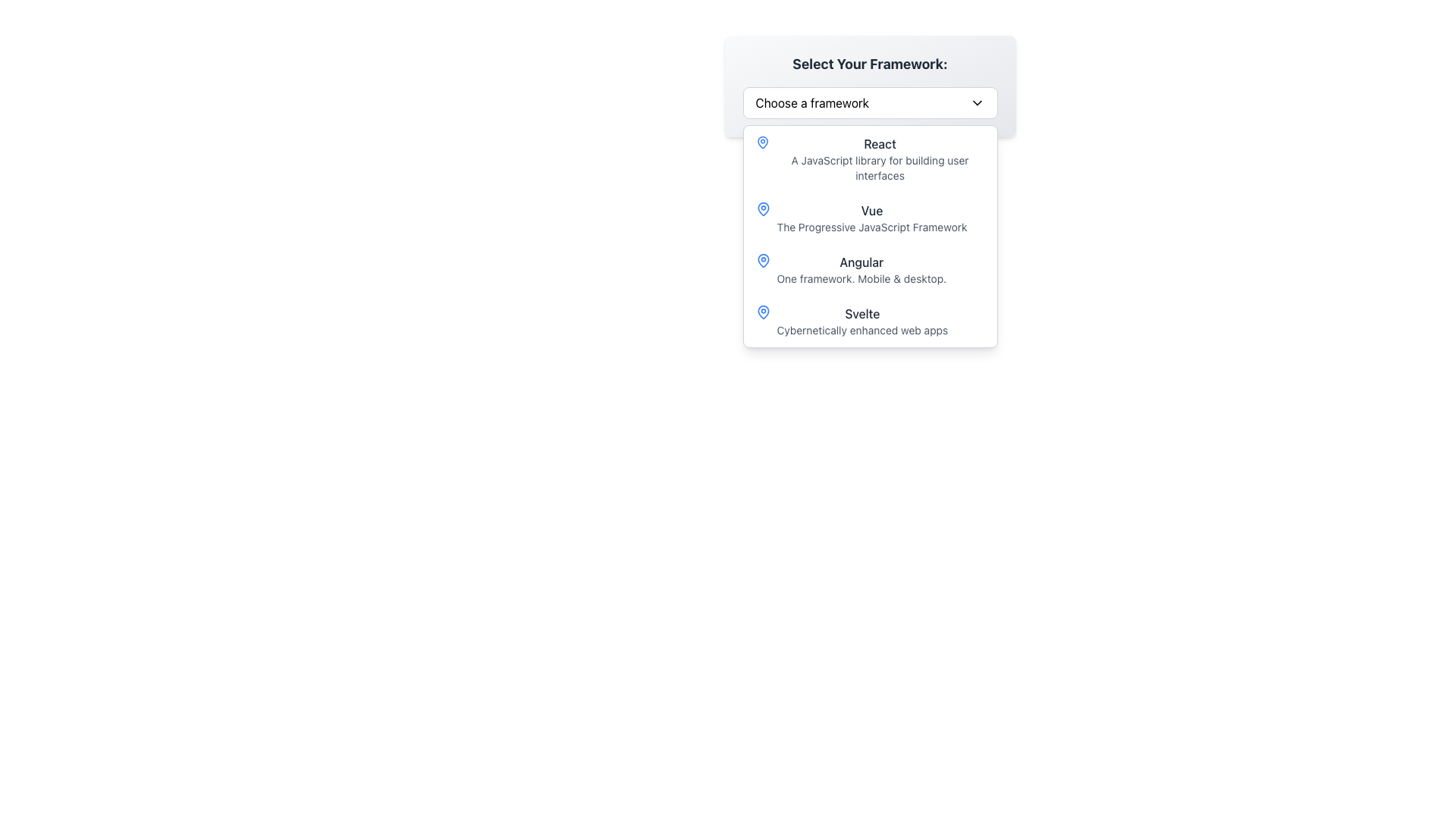 Image resolution: width=1456 pixels, height=819 pixels. I want to click on the Angular framework icon in the dropdown menu, located immediately to the left of the 'Angular' label, so click(763, 259).